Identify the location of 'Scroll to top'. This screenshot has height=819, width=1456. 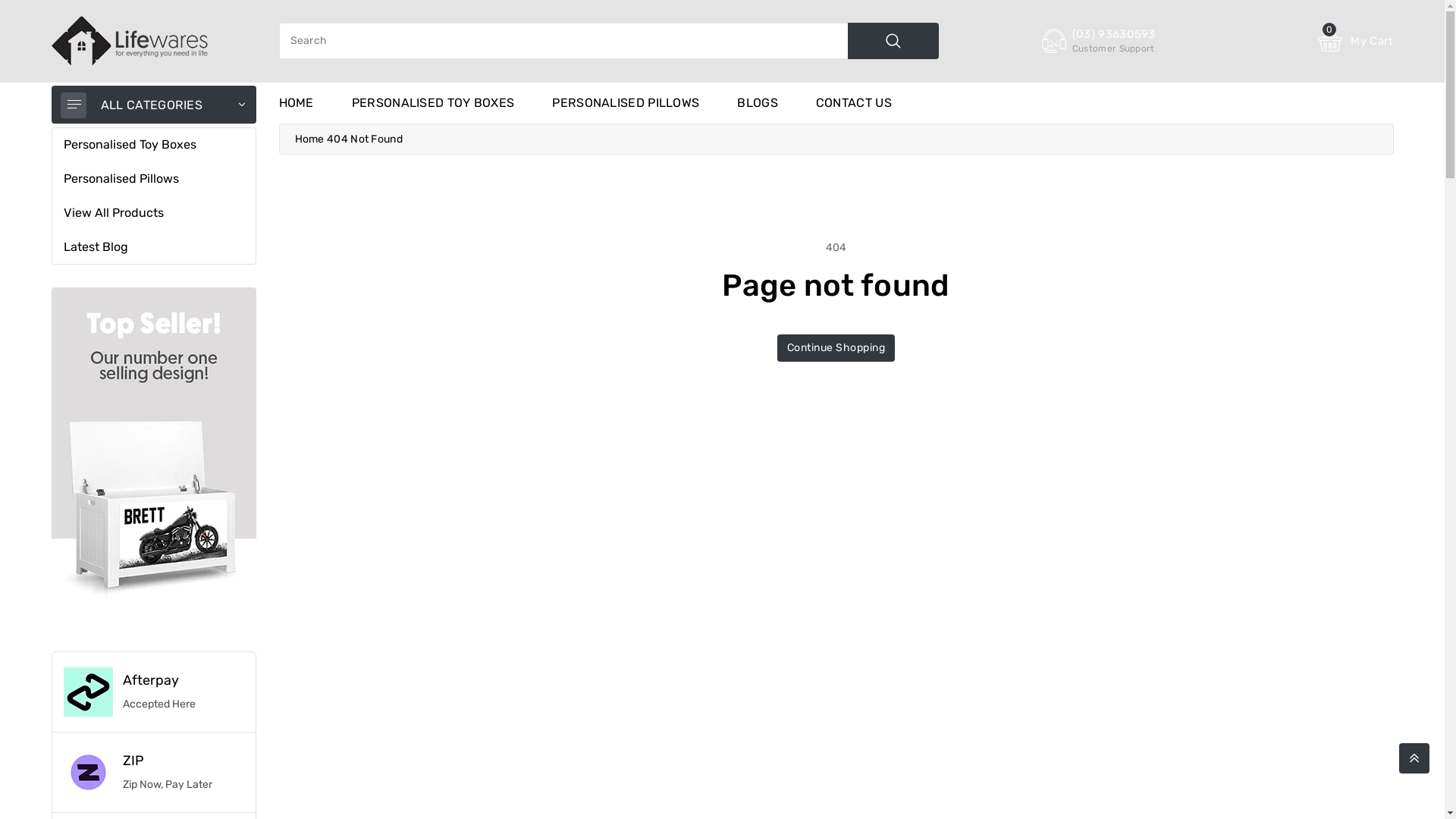
(1398, 758).